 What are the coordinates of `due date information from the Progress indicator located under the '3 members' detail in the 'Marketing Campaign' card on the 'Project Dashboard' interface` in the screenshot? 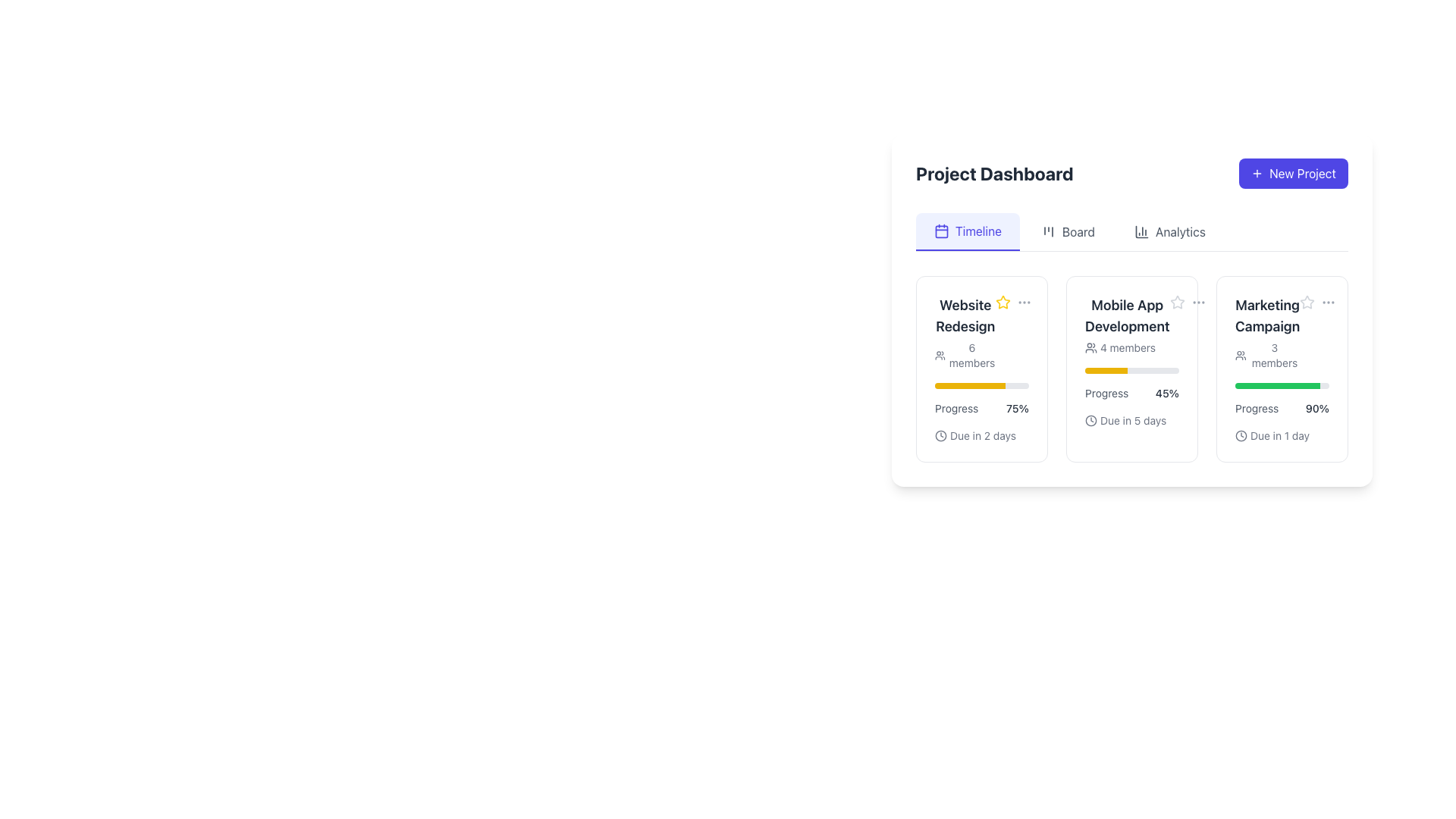 It's located at (1281, 413).